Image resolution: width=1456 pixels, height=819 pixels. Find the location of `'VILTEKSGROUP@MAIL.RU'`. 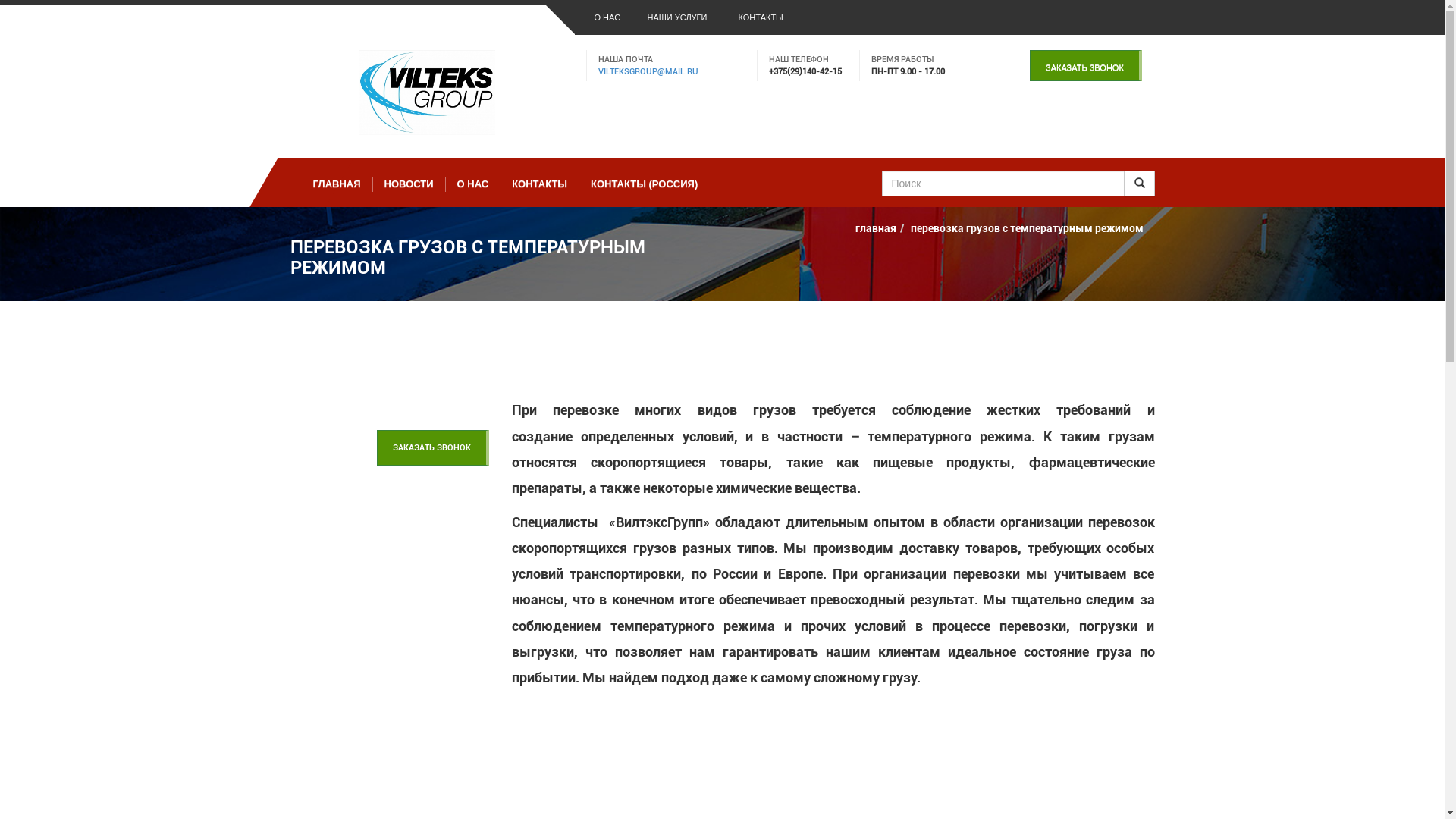

'VILTEKSGROUP@MAIL.RU' is located at coordinates (648, 71).